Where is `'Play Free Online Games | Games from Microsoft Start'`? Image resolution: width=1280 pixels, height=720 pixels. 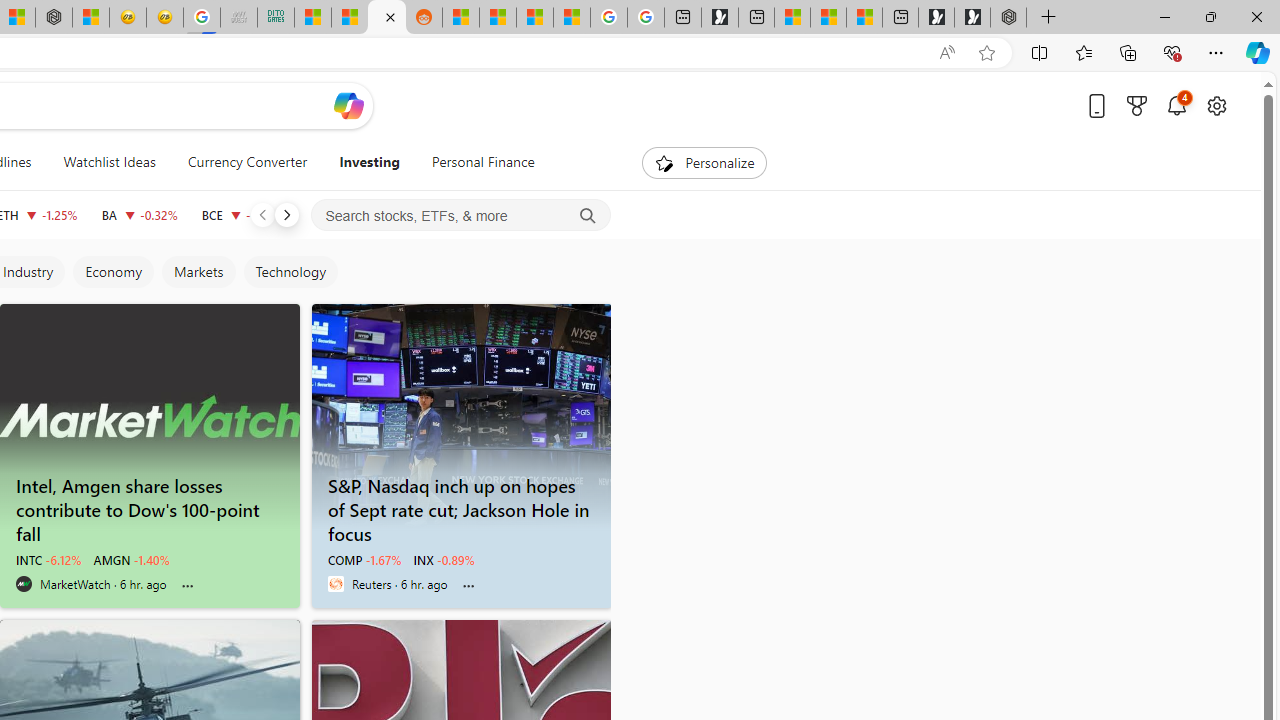 'Play Free Online Games | Games from Microsoft Start' is located at coordinates (972, 17).